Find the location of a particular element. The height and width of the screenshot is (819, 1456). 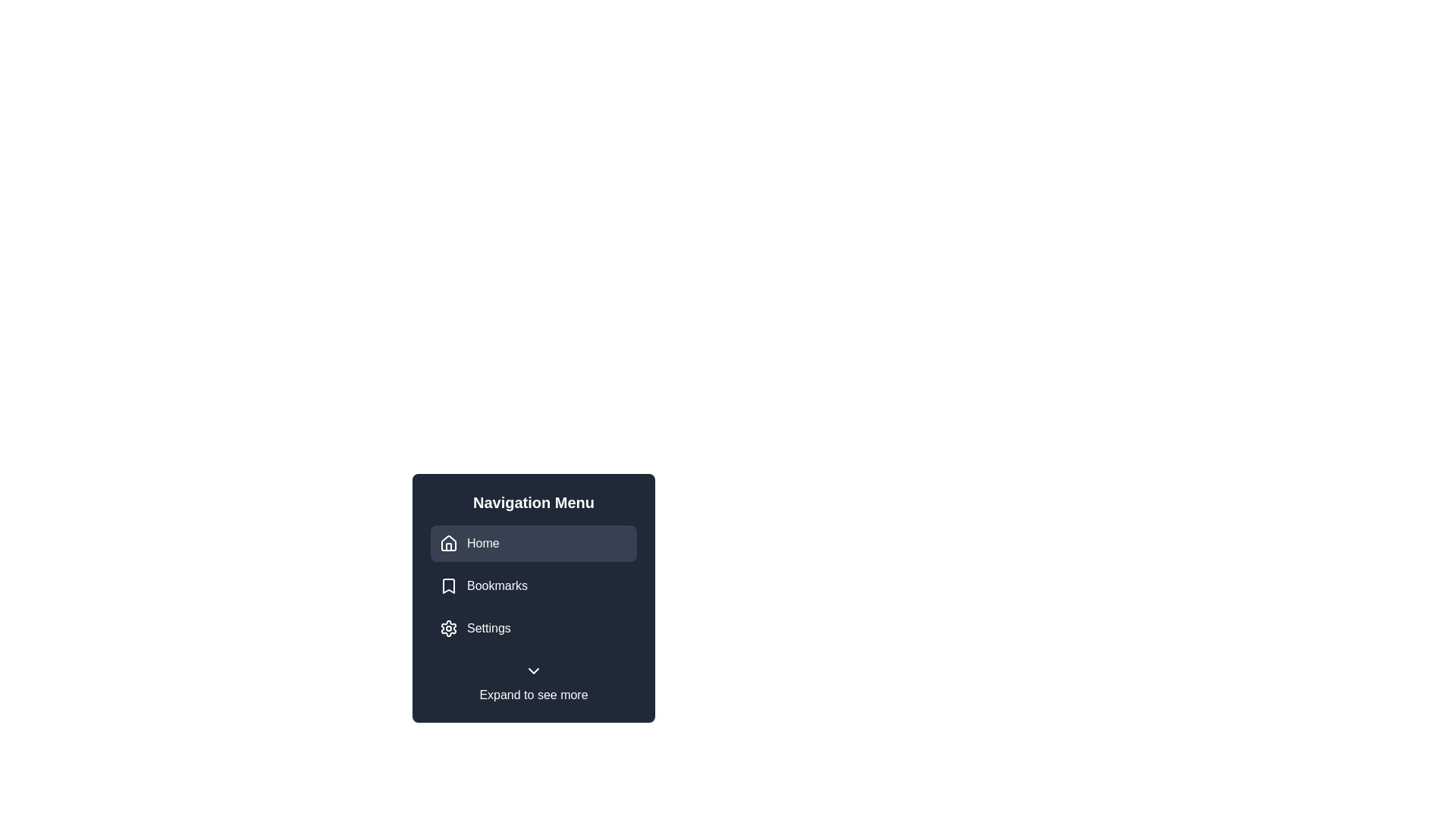

the 'Bookmarks' icon located in the navigation menu, which is the second entry in a vertical list and positioned immediately adjacent to the text 'Bookmarks' is located at coordinates (447, 585).